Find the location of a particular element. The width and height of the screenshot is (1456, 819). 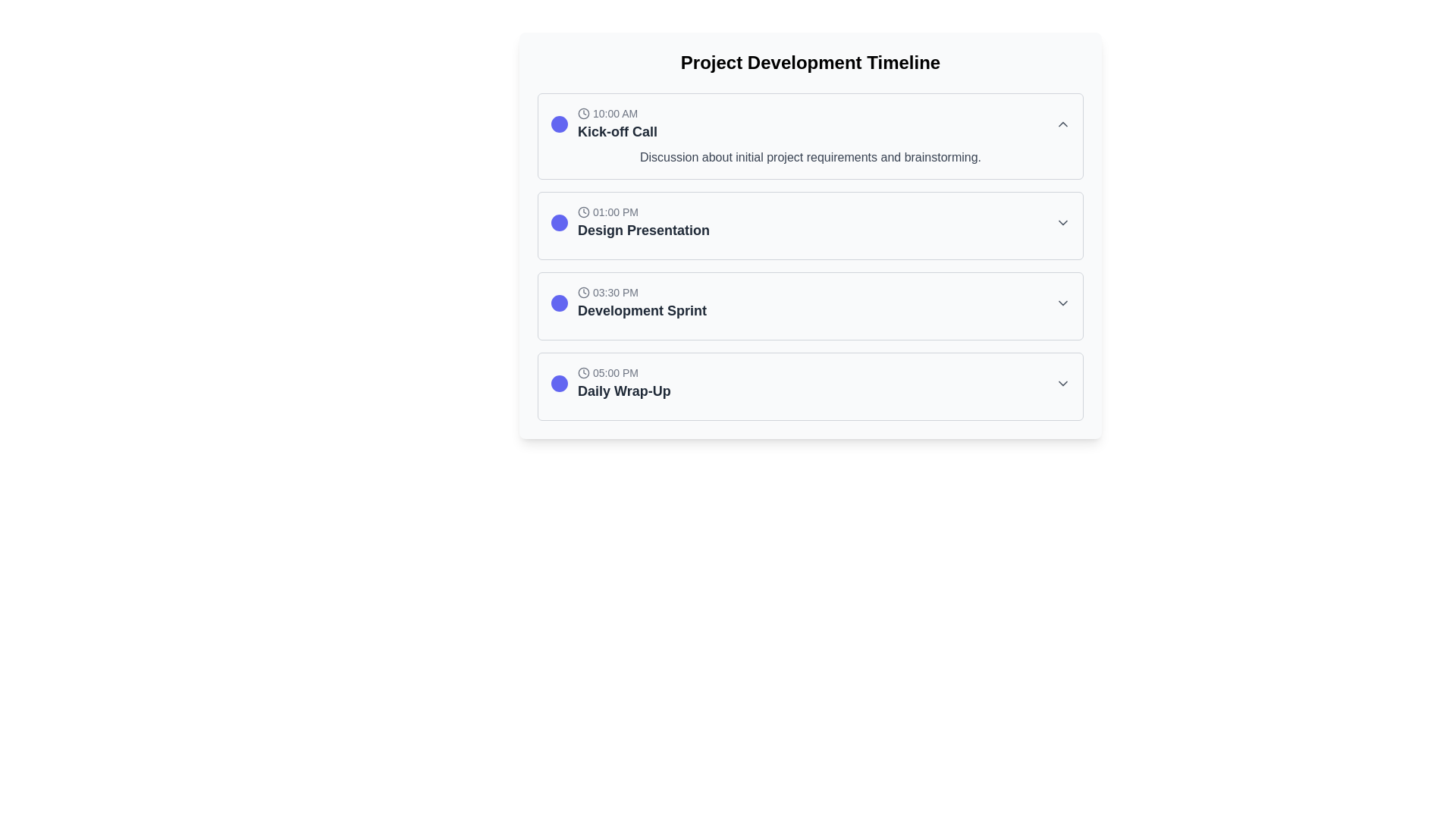

the clock icon located to the left of the '05:00 PM' text is located at coordinates (582, 373).